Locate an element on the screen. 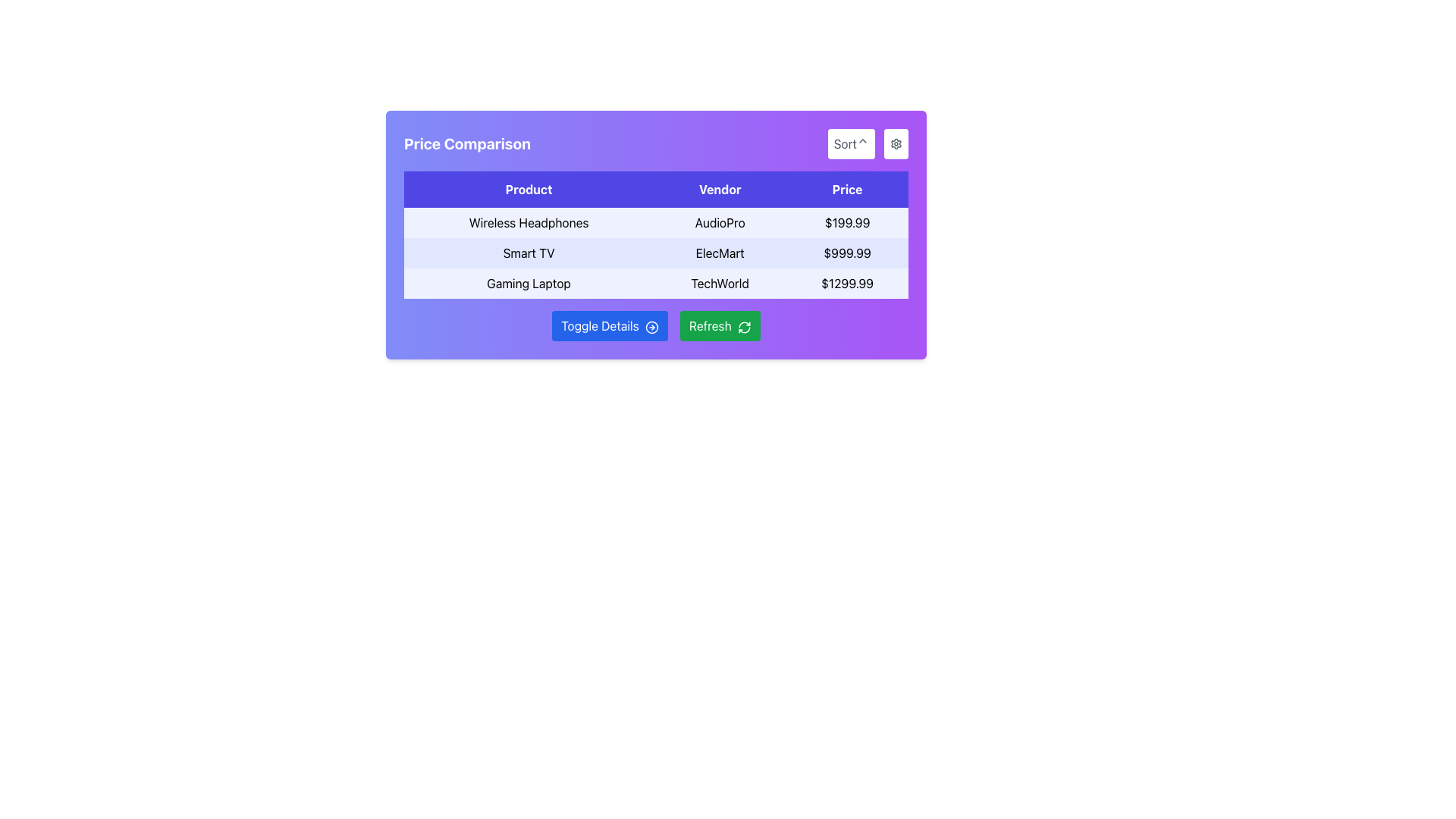 This screenshot has height=819, width=1456. the text label 'ElecMart' which identifies the vendor associated with the product 'Smart TV' in the table row is located at coordinates (719, 253).